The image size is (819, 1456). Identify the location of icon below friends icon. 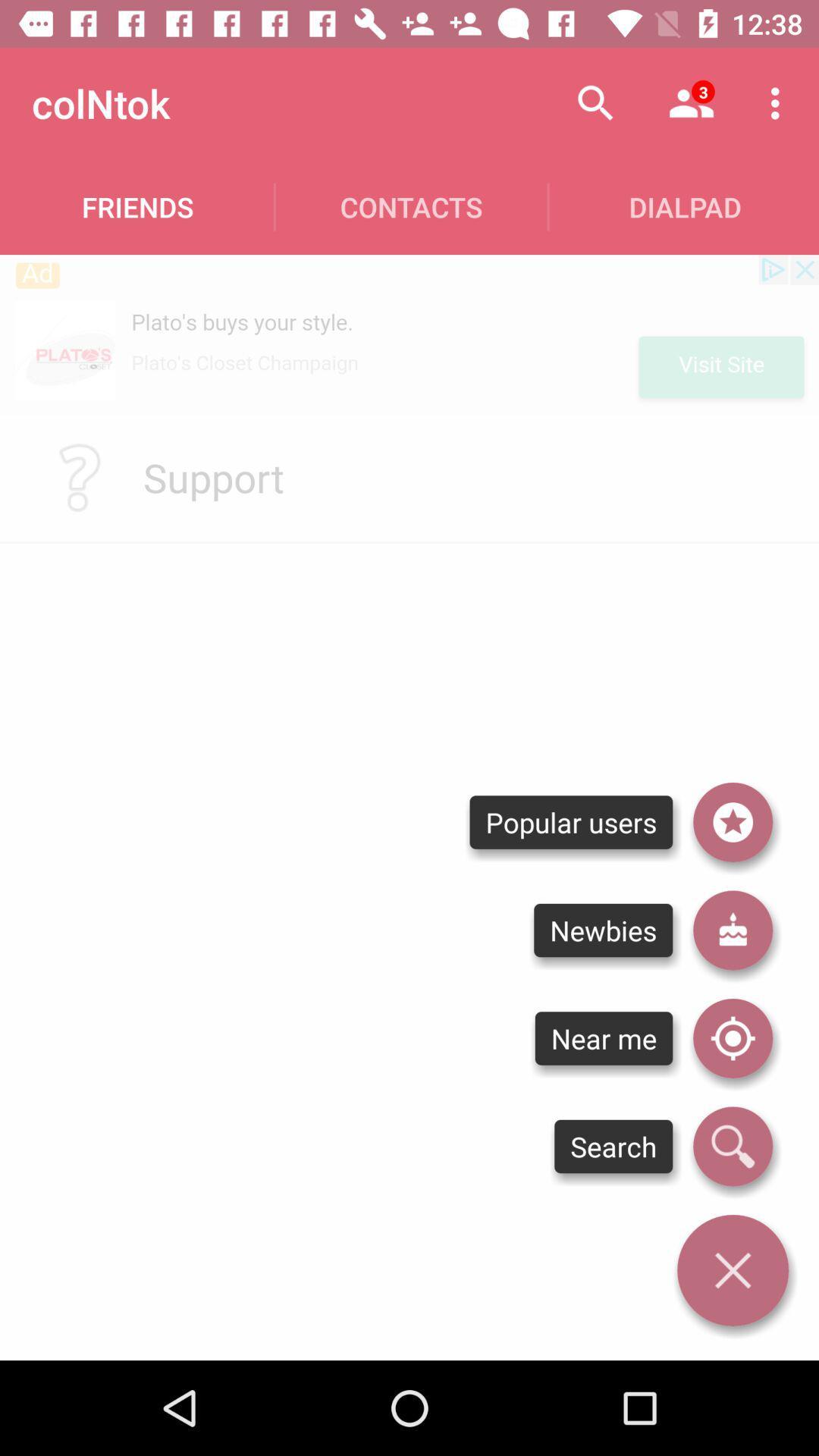
(409, 334).